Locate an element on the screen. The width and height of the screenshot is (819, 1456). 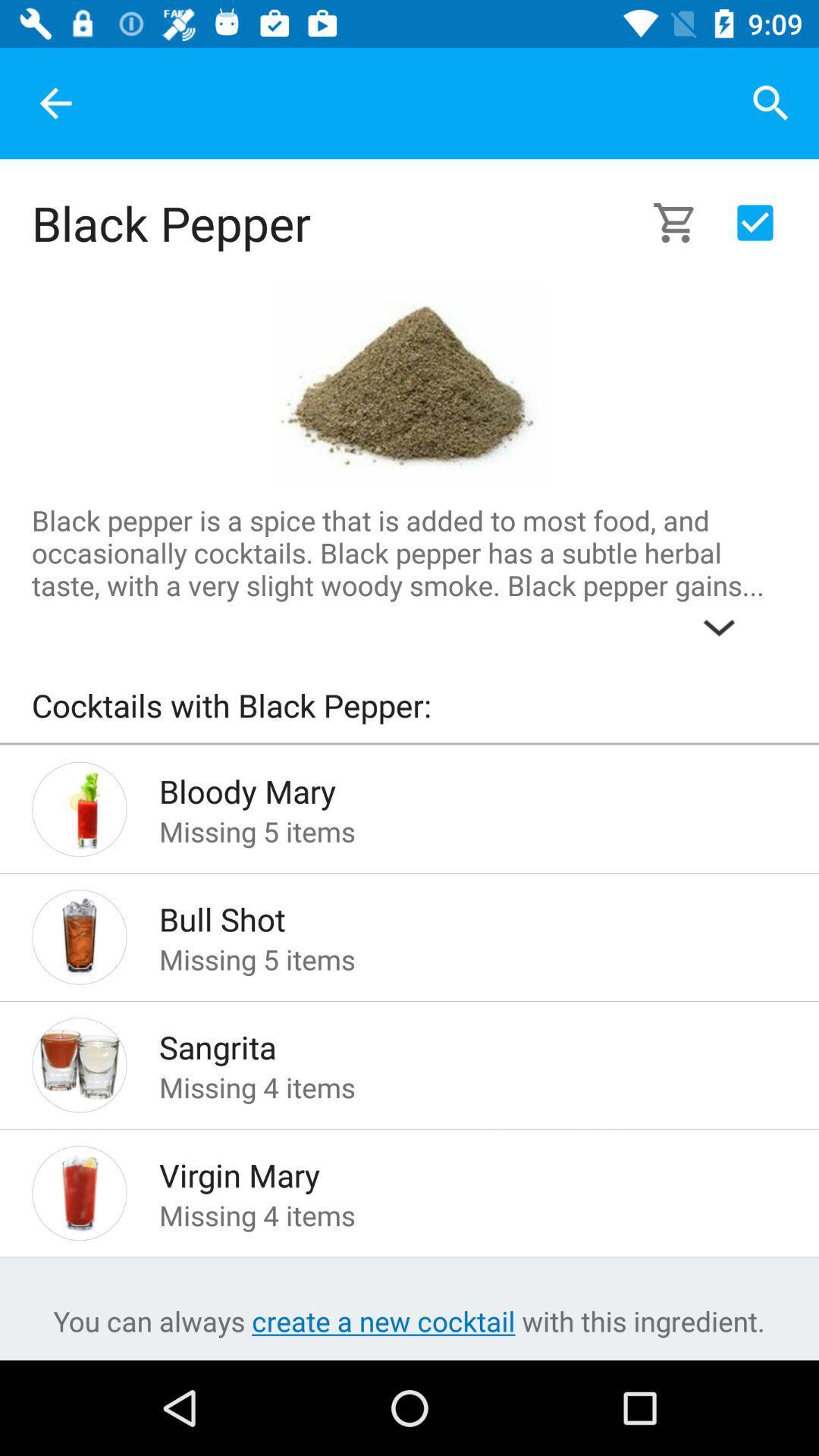
shopping image is located at coordinates (683, 221).